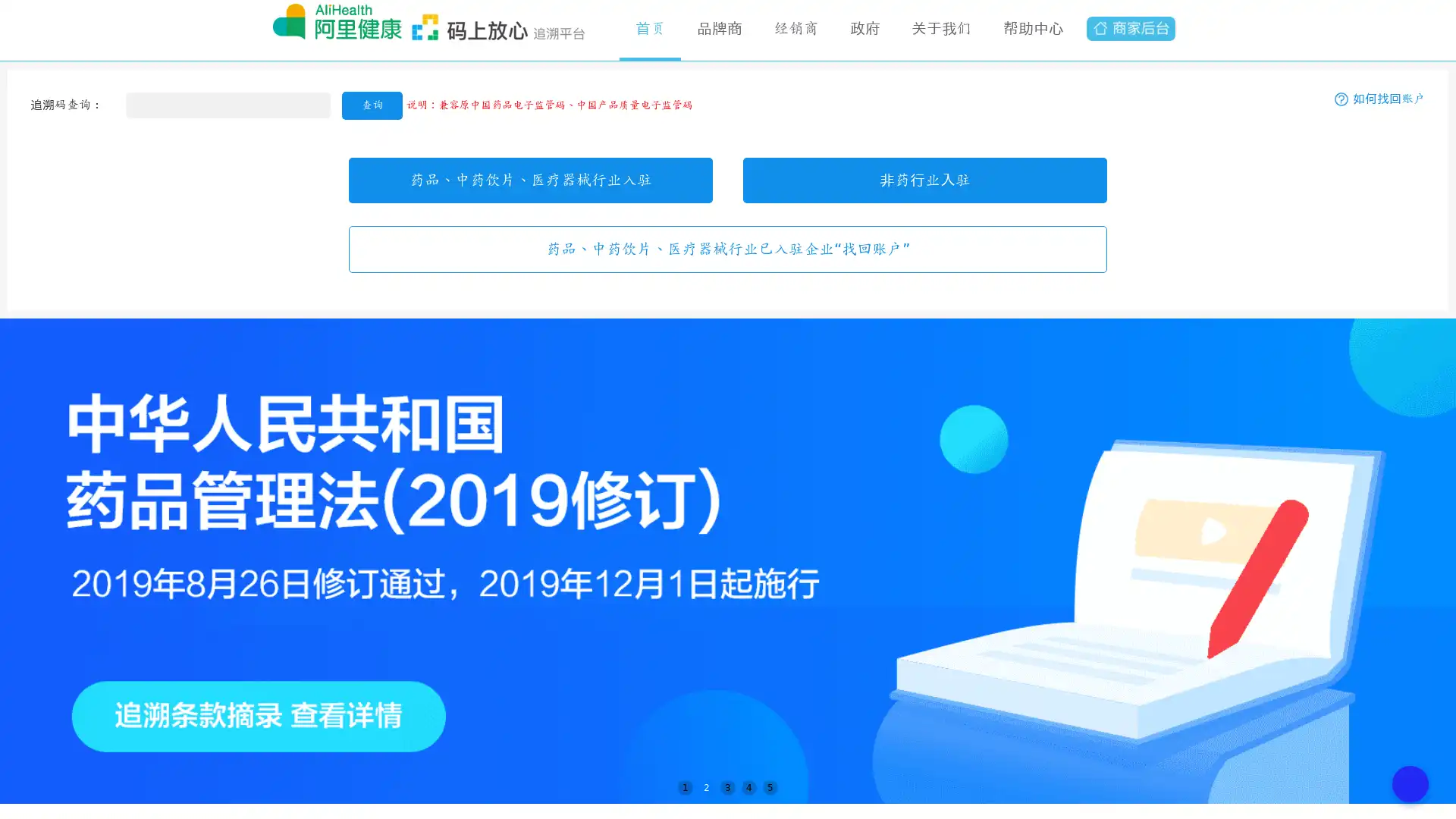 Image resolution: width=1456 pixels, height=819 pixels. I want to click on Go to slide 2, so click(705, 786).